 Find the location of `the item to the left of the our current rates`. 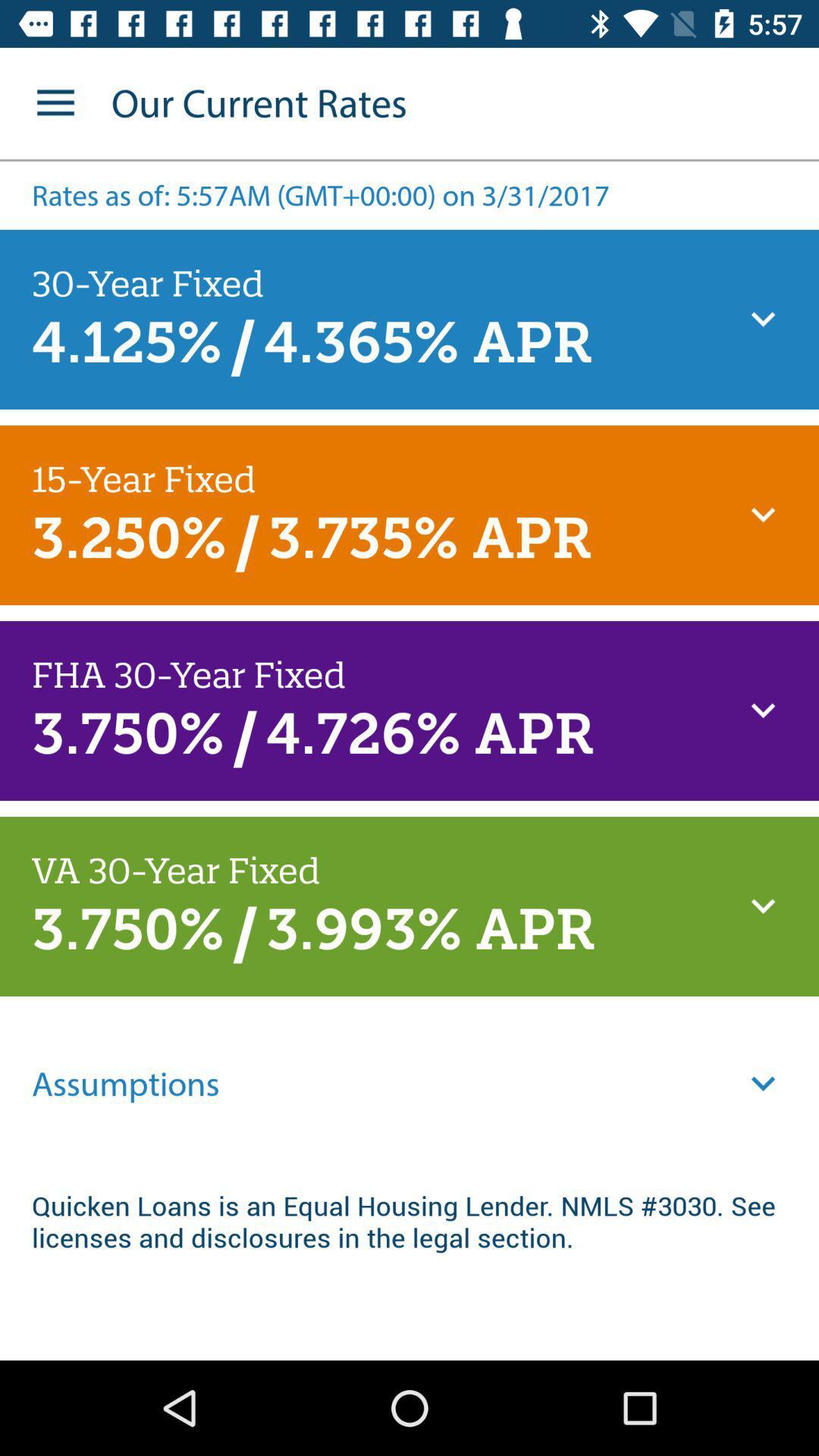

the item to the left of the our current rates is located at coordinates (55, 102).